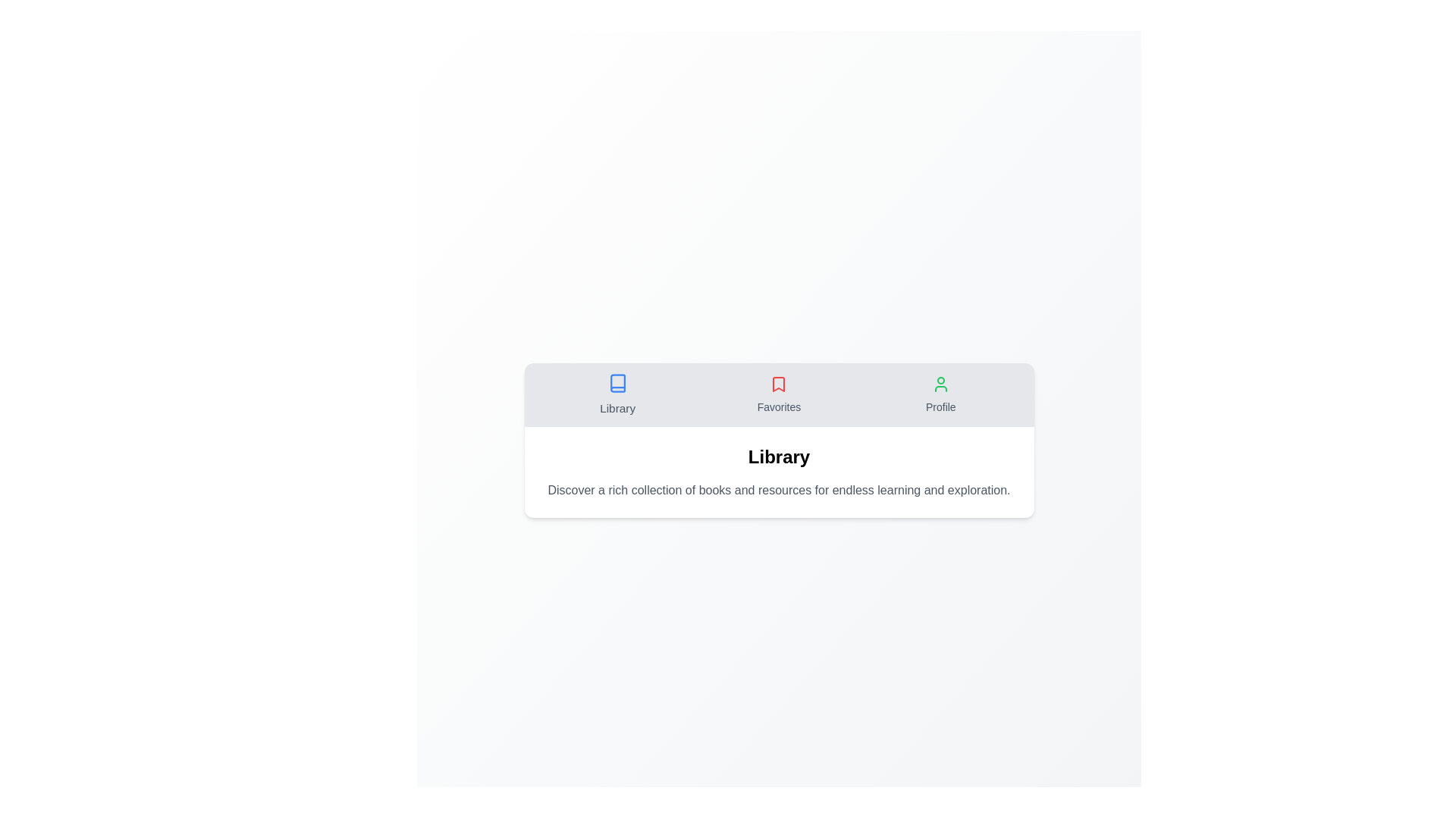  What do you see at coordinates (779, 394) in the screenshot?
I see `the tab labeled Favorites` at bounding box center [779, 394].